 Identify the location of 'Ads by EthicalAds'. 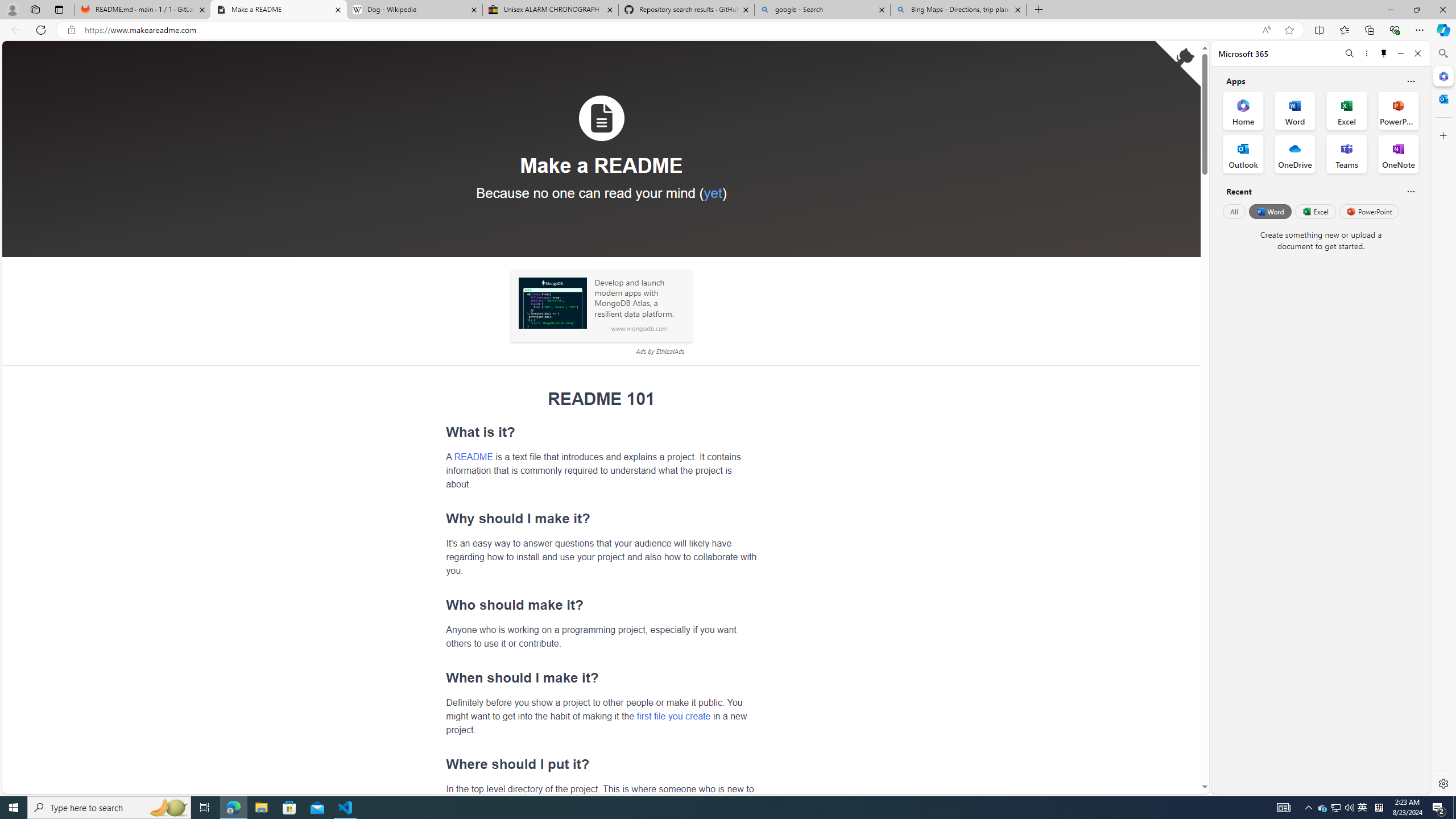
(659, 351).